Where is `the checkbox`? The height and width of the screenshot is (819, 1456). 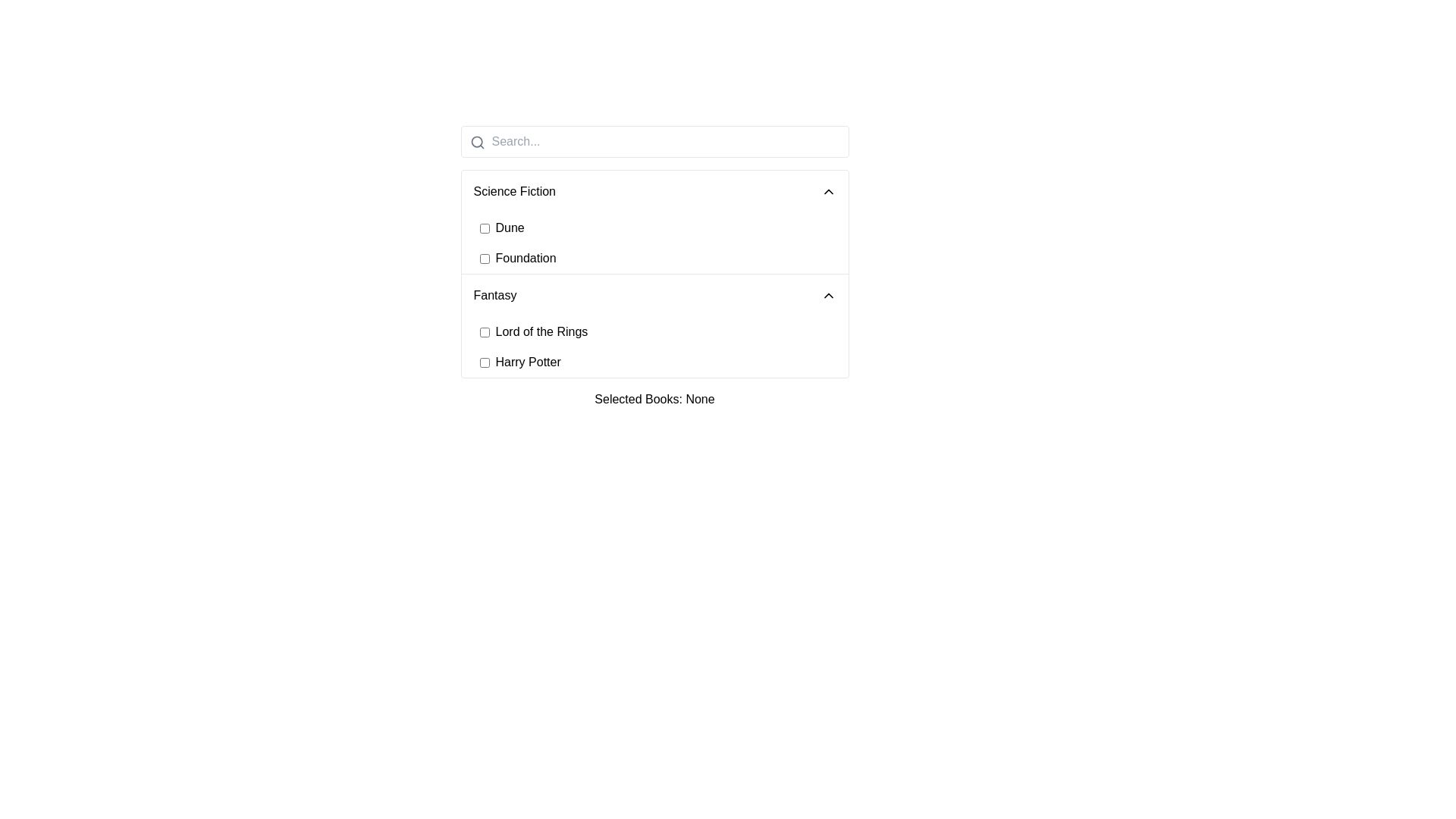 the checkbox is located at coordinates (483, 331).